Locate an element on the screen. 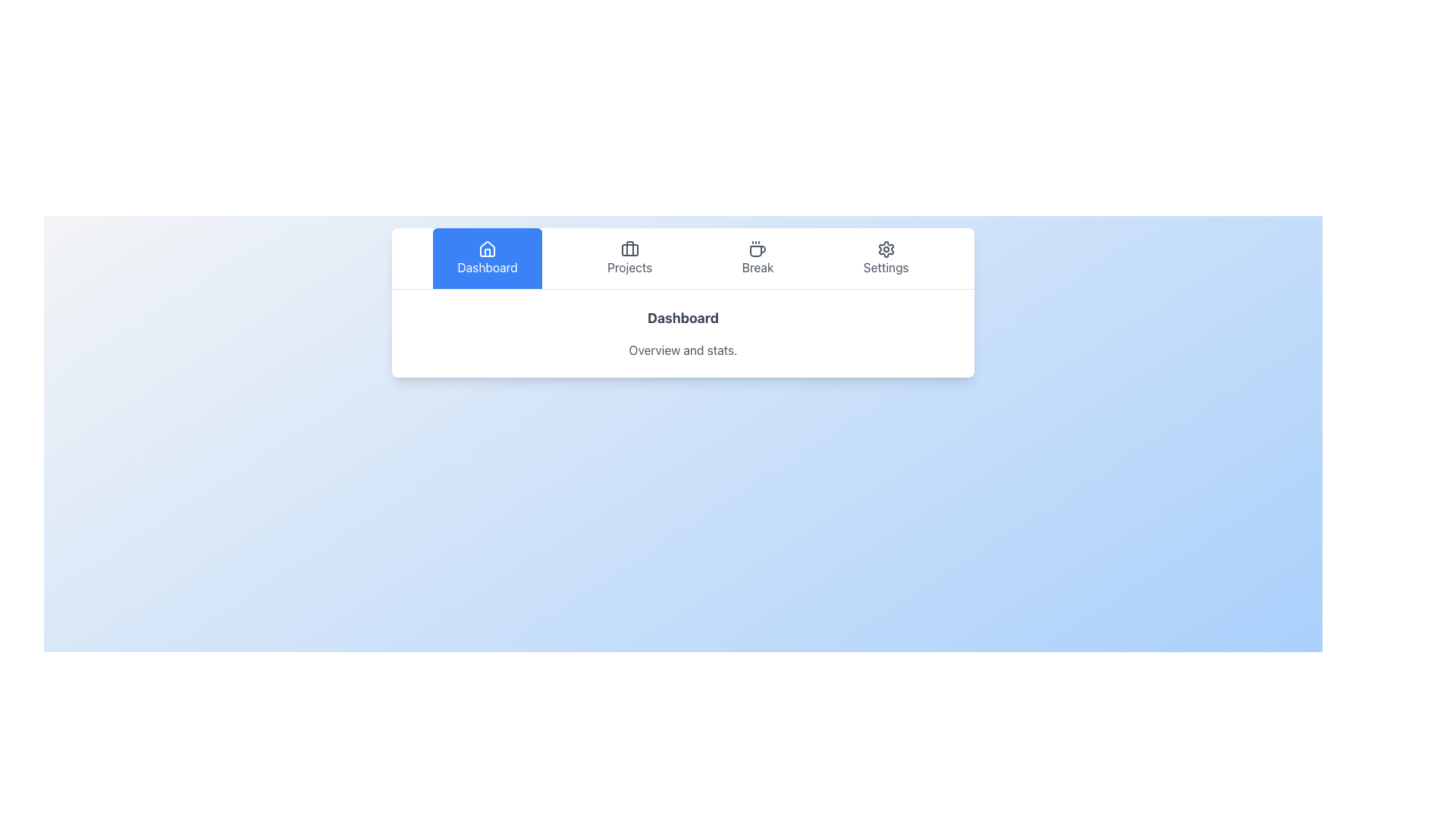 The height and width of the screenshot is (819, 1456). the briefcase icon in the navigation menu located above the 'Projects' text, which is the second item from the left is located at coordinates (629, 248).